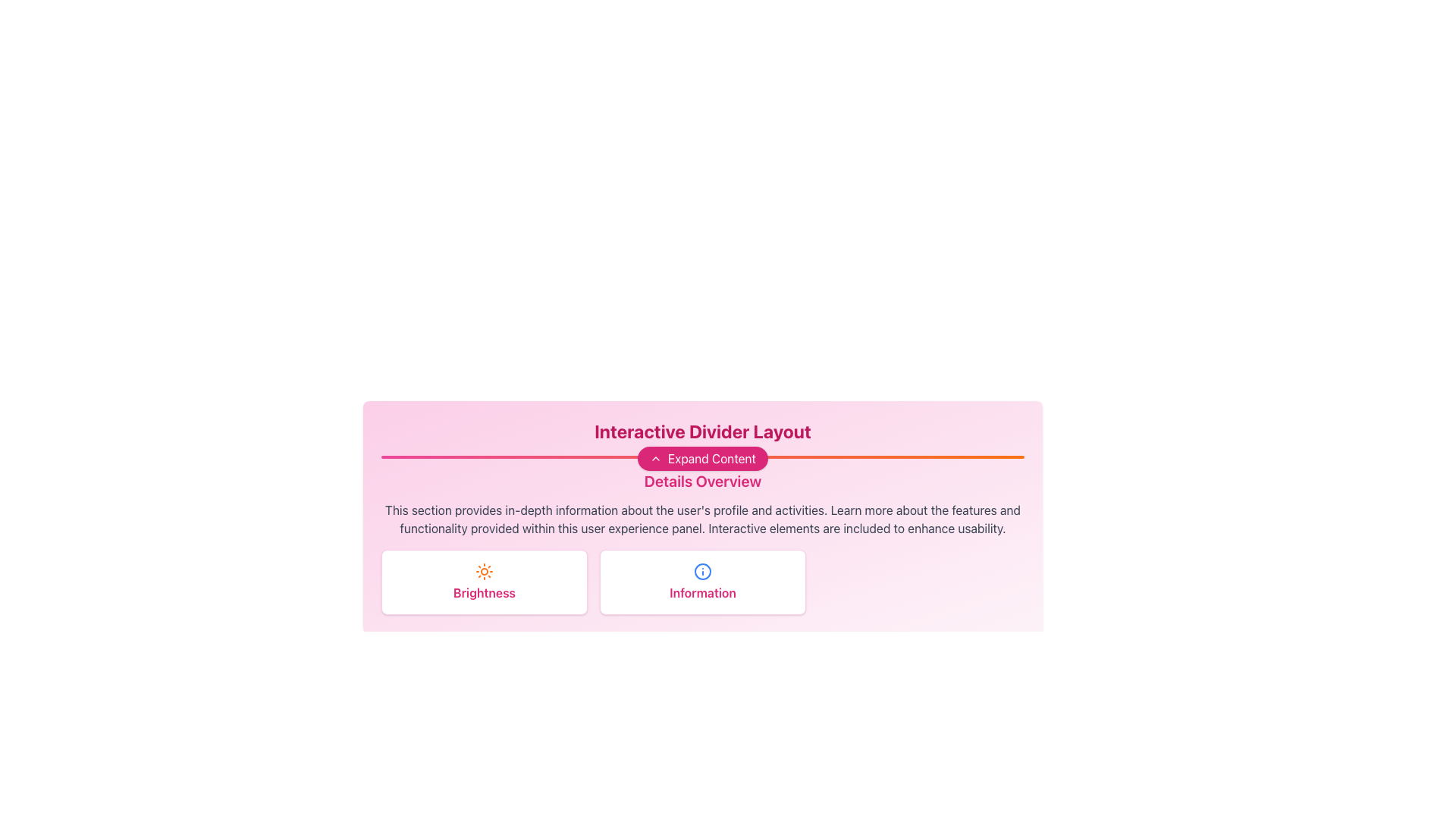 The width and height of the screenshot is (1456, 819). What do you see at coordinates (701, 456) in the screenshot?
I see `the colorful gradient horizontal divider located beneath the 'Interactive Divider Layout' headline and above the 'Expand Content' button` at bounding box center [701, 456].